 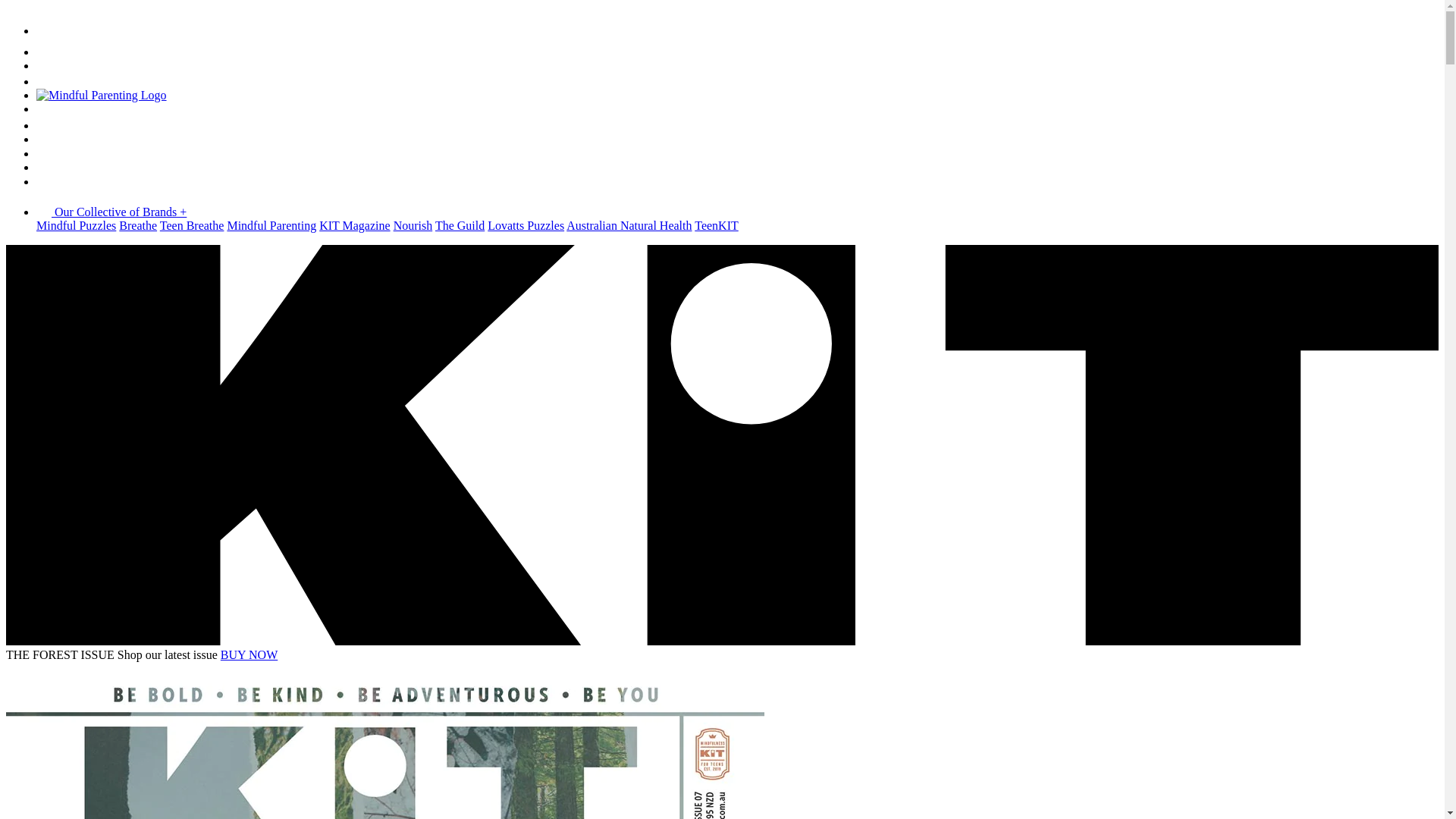 I want to click on 'Teen Breathe', so click(x=191, y=225).